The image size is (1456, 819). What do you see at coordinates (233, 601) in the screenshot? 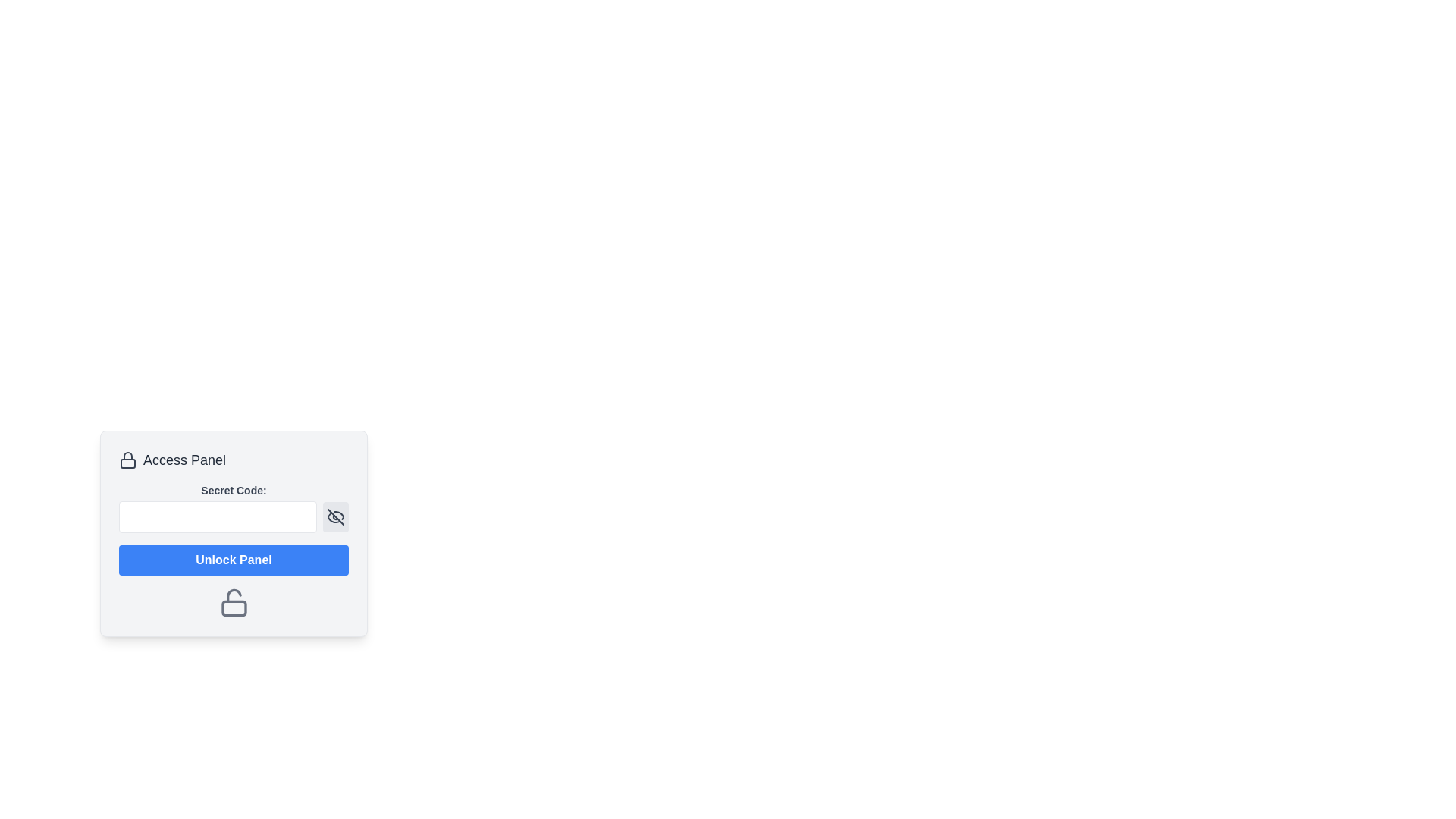
I see `the open lock icon, which is styled in gray and has a simplistic design, indicating an unlocked state` at bounding box center [233, 601].